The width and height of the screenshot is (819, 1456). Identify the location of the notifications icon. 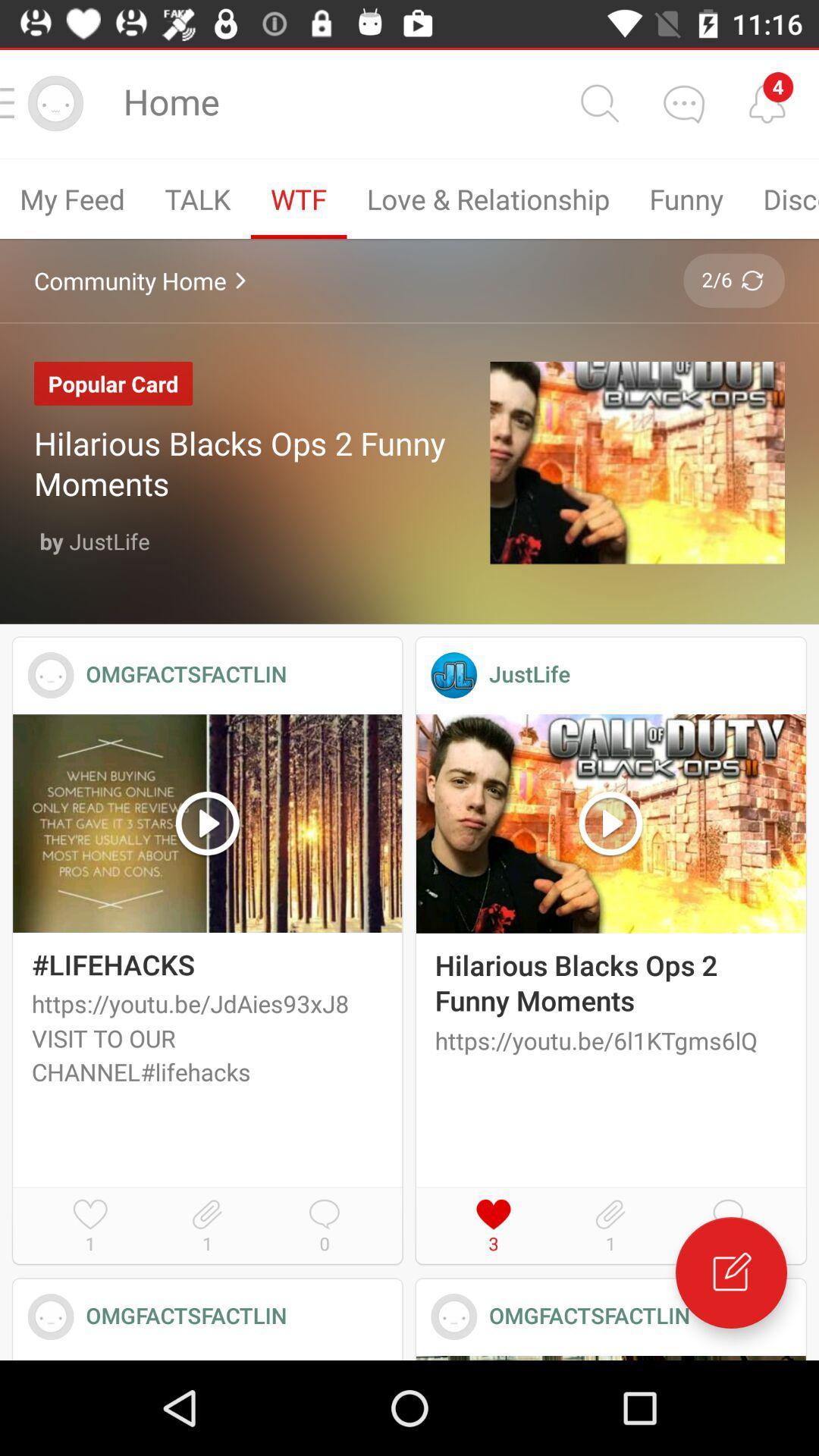
(767, 102).